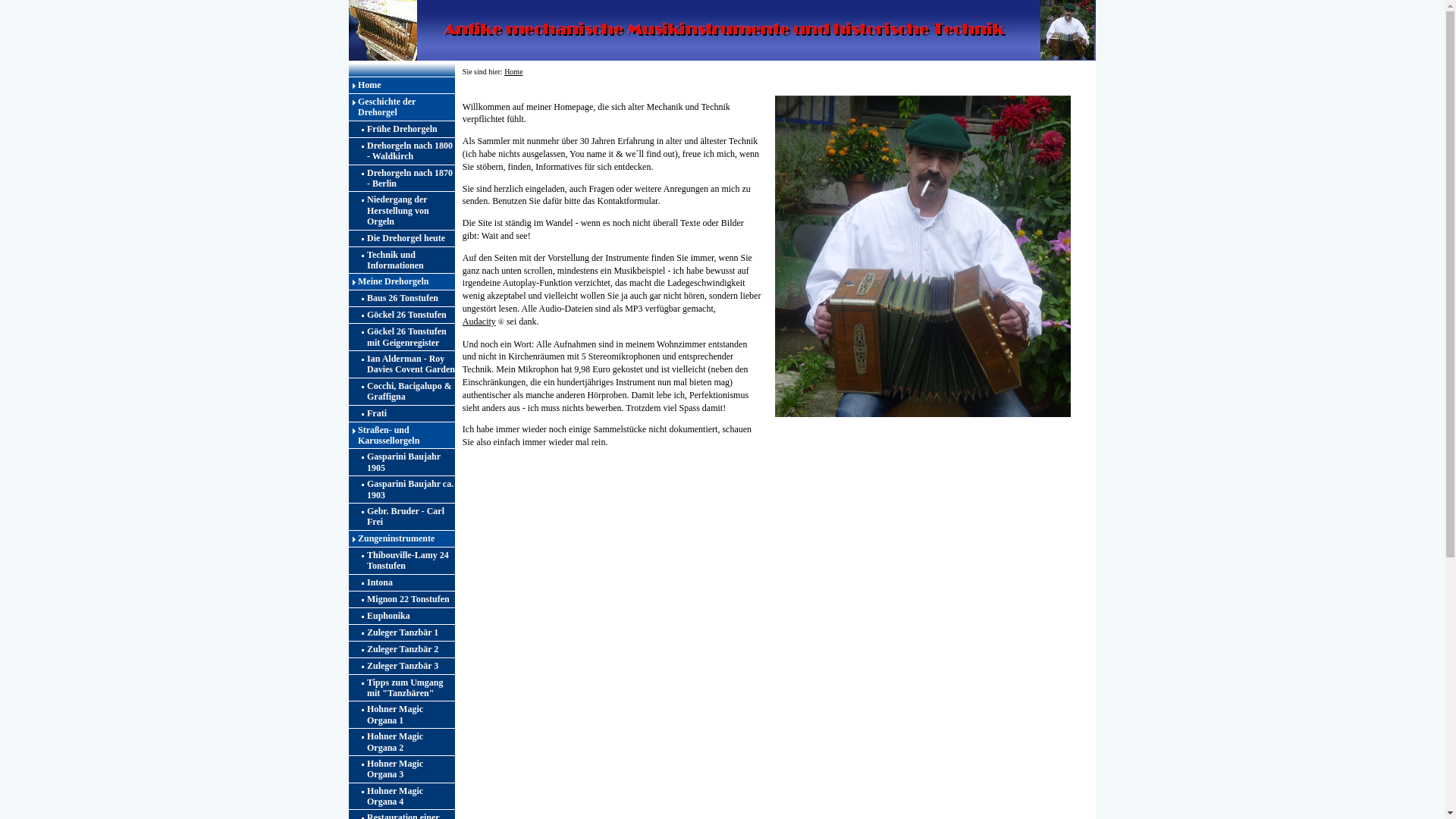  I want to click on 'Home', so click(401, 85).